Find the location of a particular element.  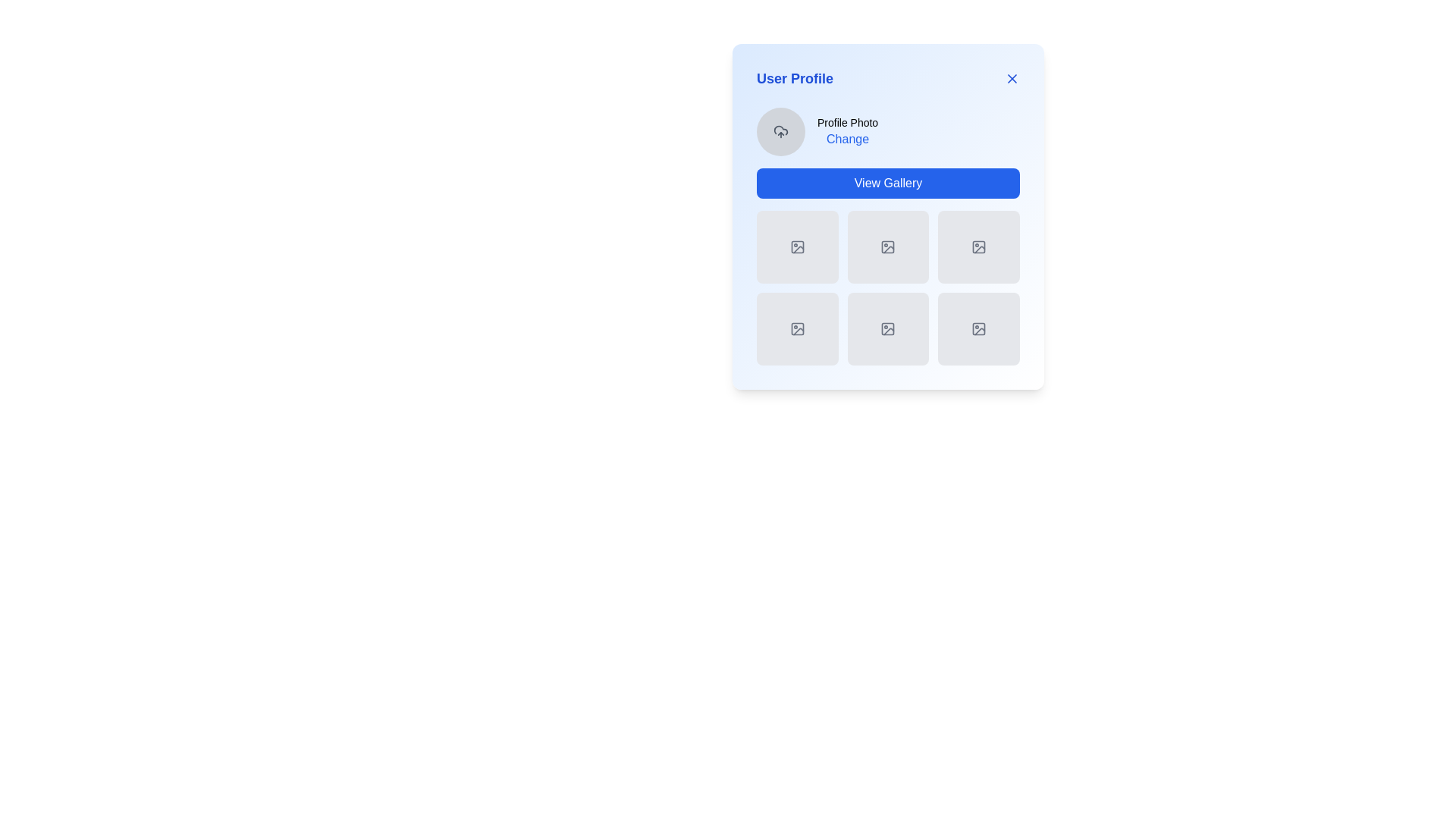

the Icon representing an image placeholder located as the third tile in the second row of a 3x2 grid within the modal labeled 'User Profile', which is positioned beneath the 'View Gallery' button is located at coordinates (979, 246).